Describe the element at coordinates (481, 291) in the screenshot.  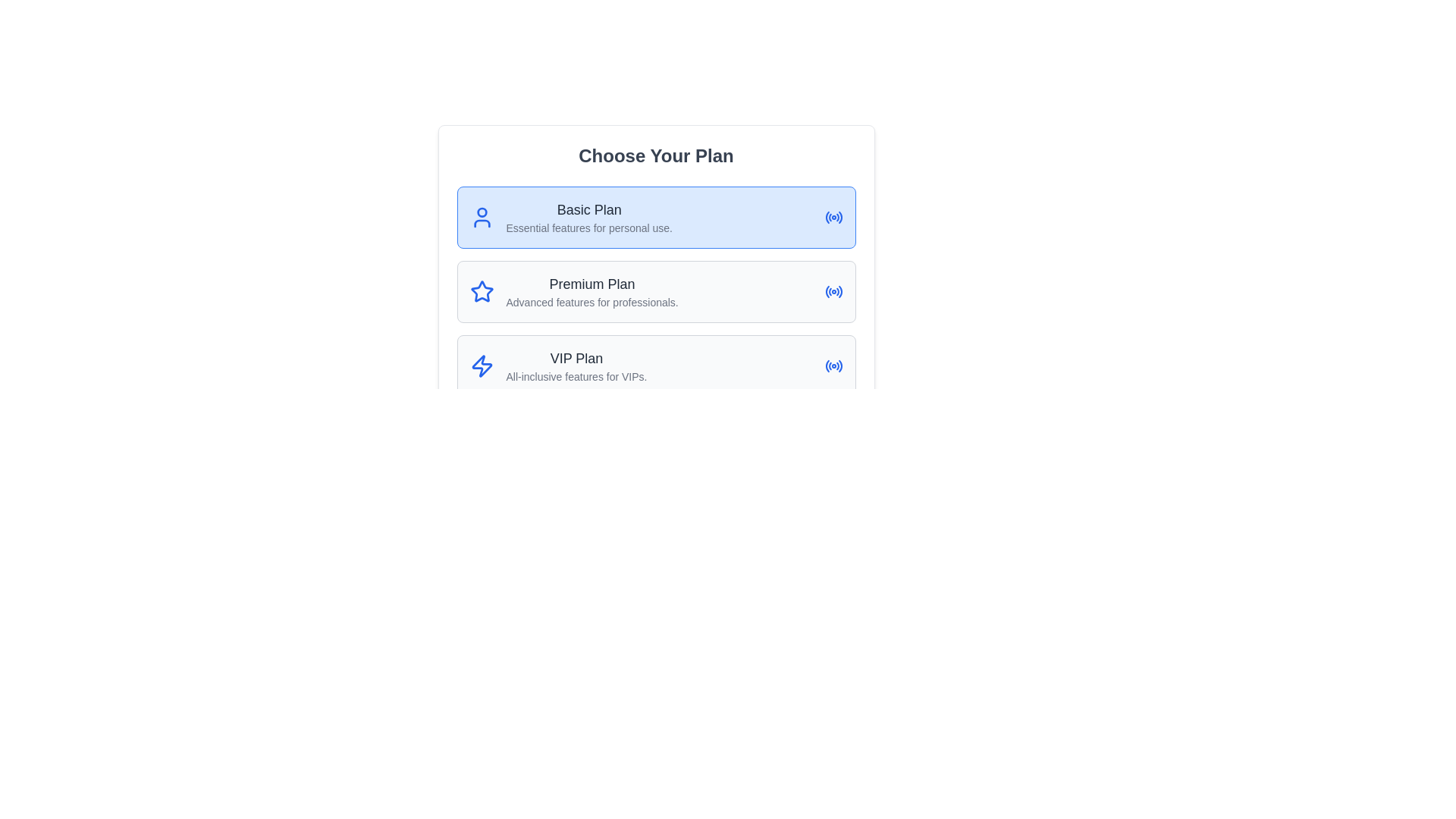
I see `the star icon with a blue stroke color located in the 'Premium Plan' option of the 'Choose Your Plan' interface` at that location.